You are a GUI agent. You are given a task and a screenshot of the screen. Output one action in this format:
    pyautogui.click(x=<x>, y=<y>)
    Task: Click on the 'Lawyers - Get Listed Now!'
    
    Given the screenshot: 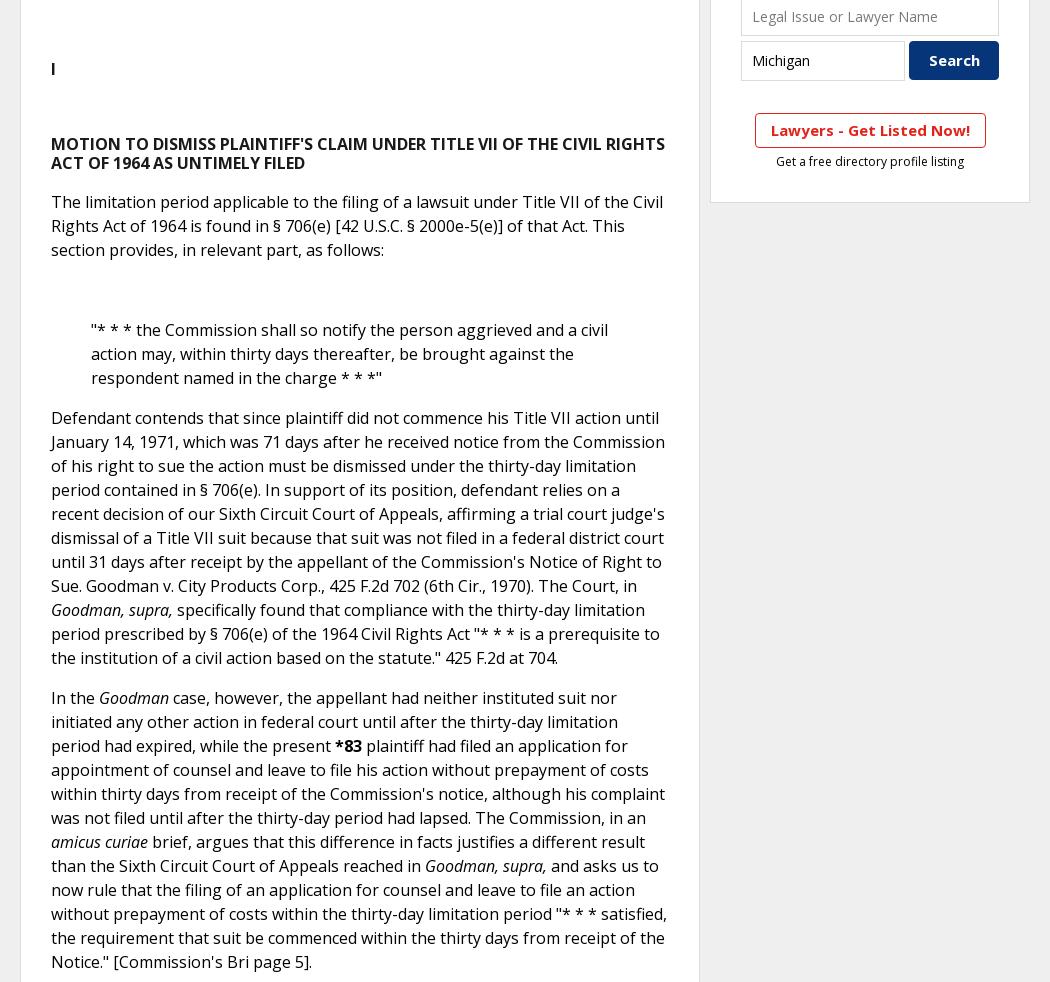 What is the action you would take?
    pyautogui.click(x=868, y=128)
    